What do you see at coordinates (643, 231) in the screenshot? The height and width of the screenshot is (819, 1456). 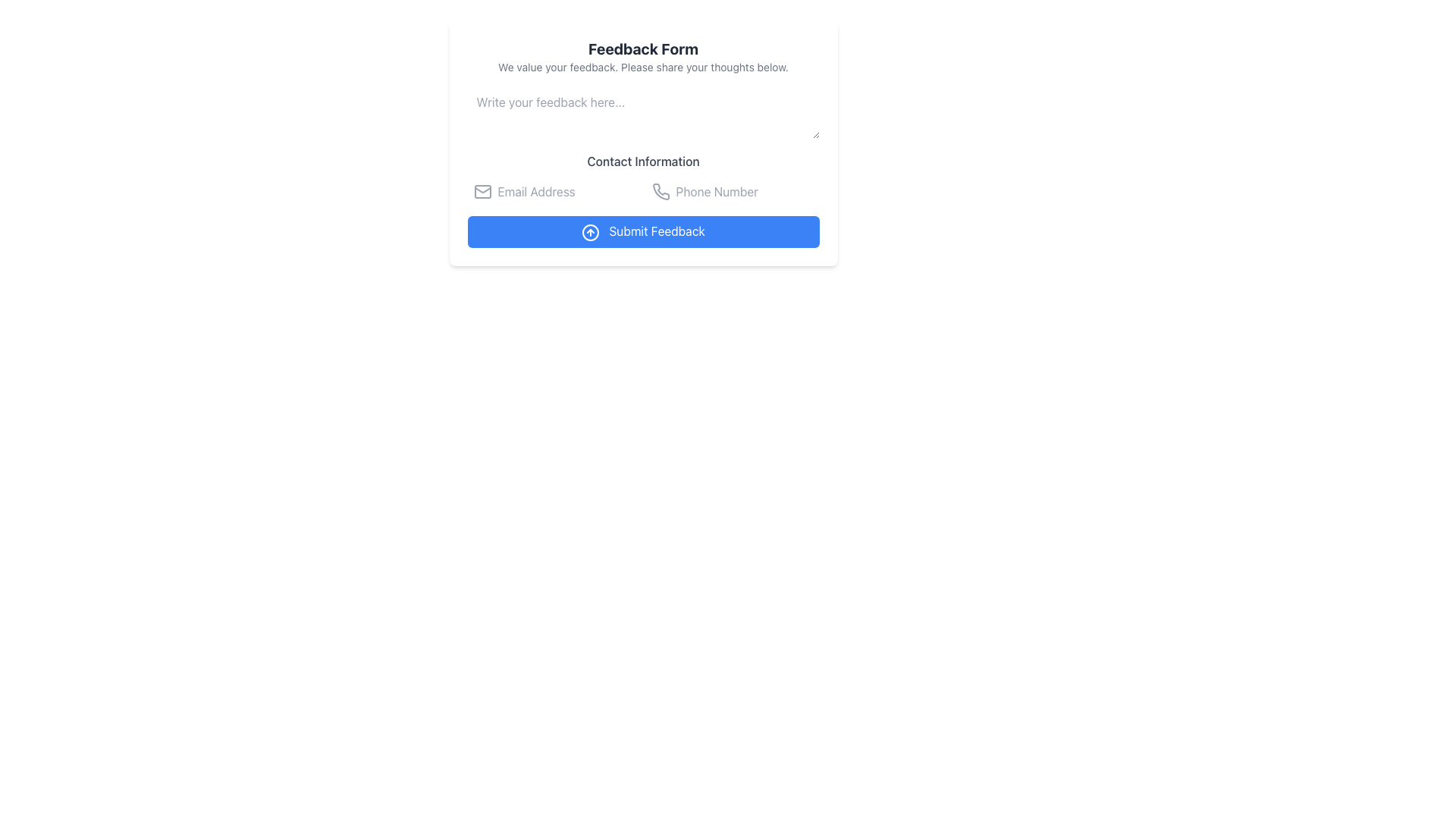 I see `the submission button located below 'Contact Information' in the feedback form` at bounding box center [643, 231].